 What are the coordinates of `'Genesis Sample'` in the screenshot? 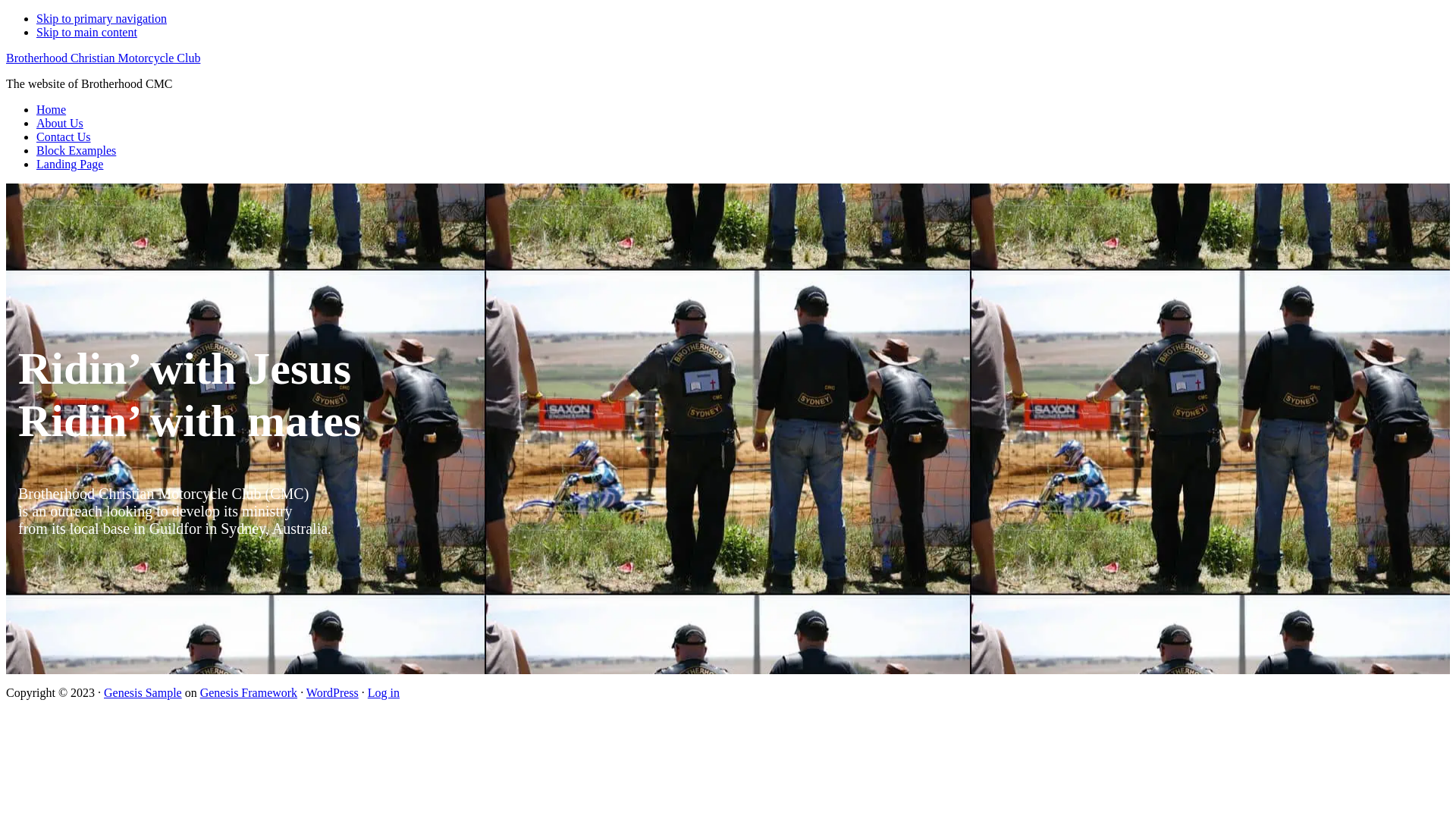 It's located at (143, 692).